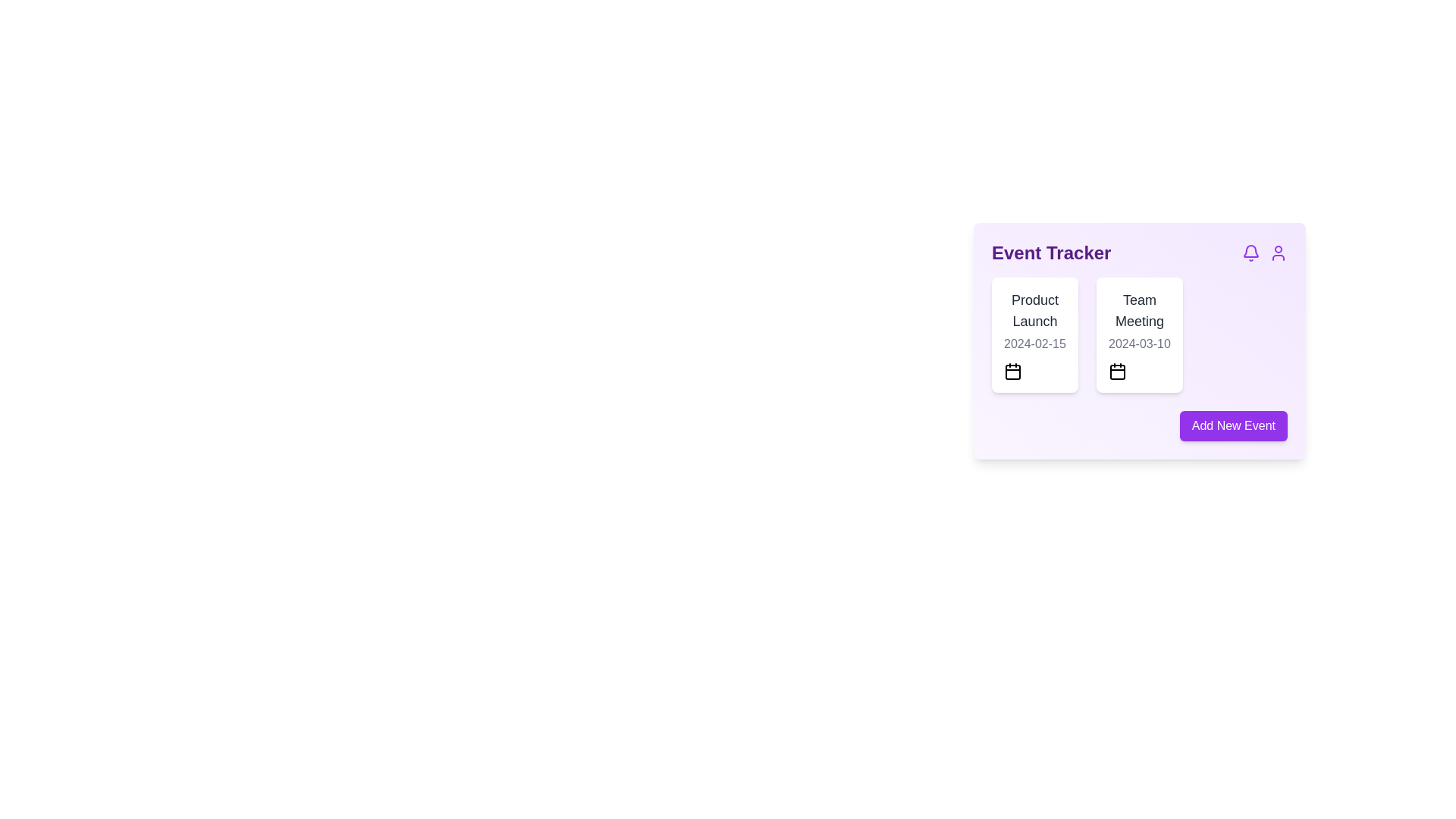 The width and height of the screenshot is (1456, 819). What do you see at coordinates (1251, 253) in the screenshot?
I see `the notification button, which is represented by a bell icon located in the top-right corner of the Event Tracker card` at bounding box center [1251, 253].